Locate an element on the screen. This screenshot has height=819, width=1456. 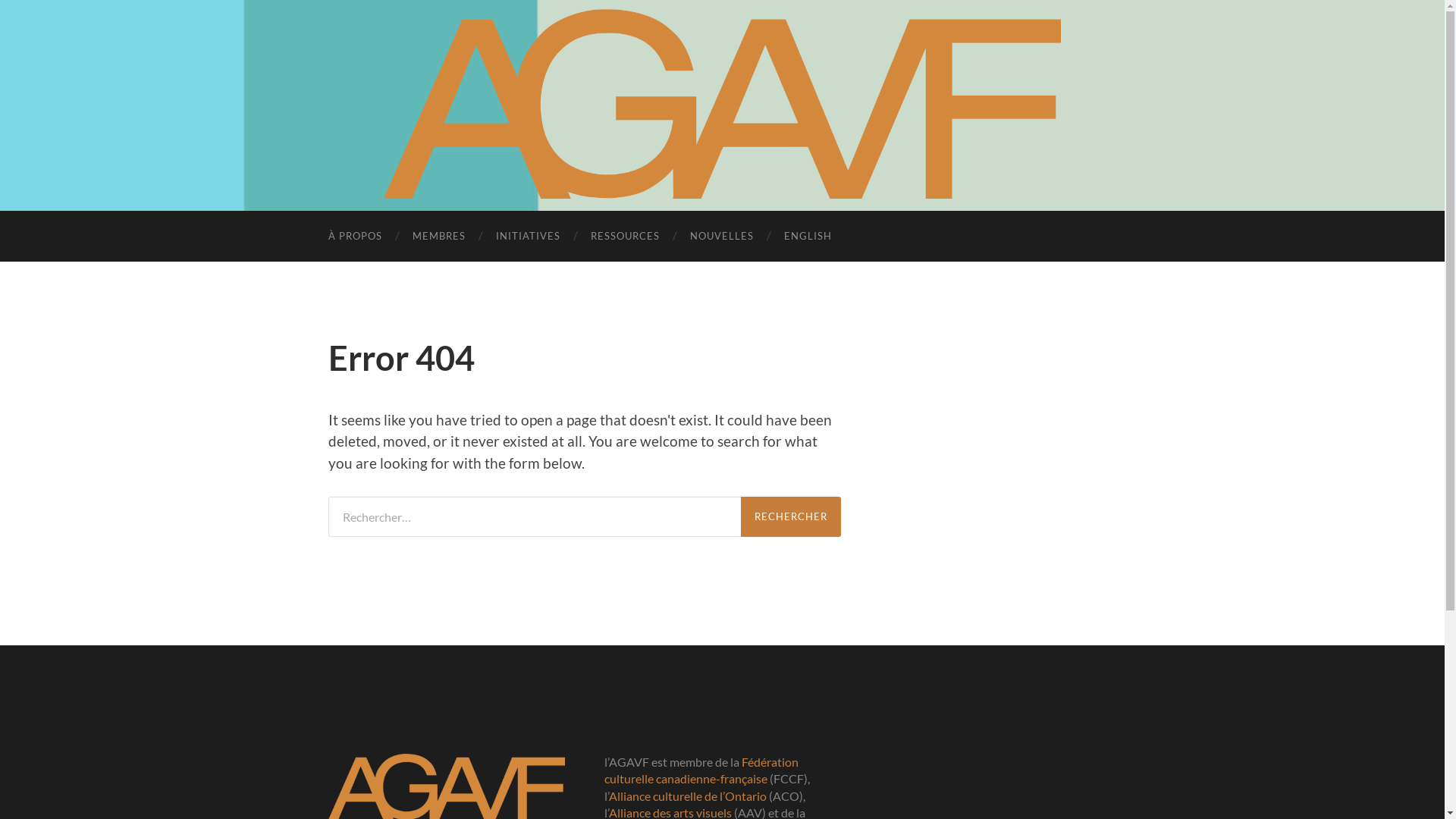
'MEMBRES' is located at coordinates (438, 236).